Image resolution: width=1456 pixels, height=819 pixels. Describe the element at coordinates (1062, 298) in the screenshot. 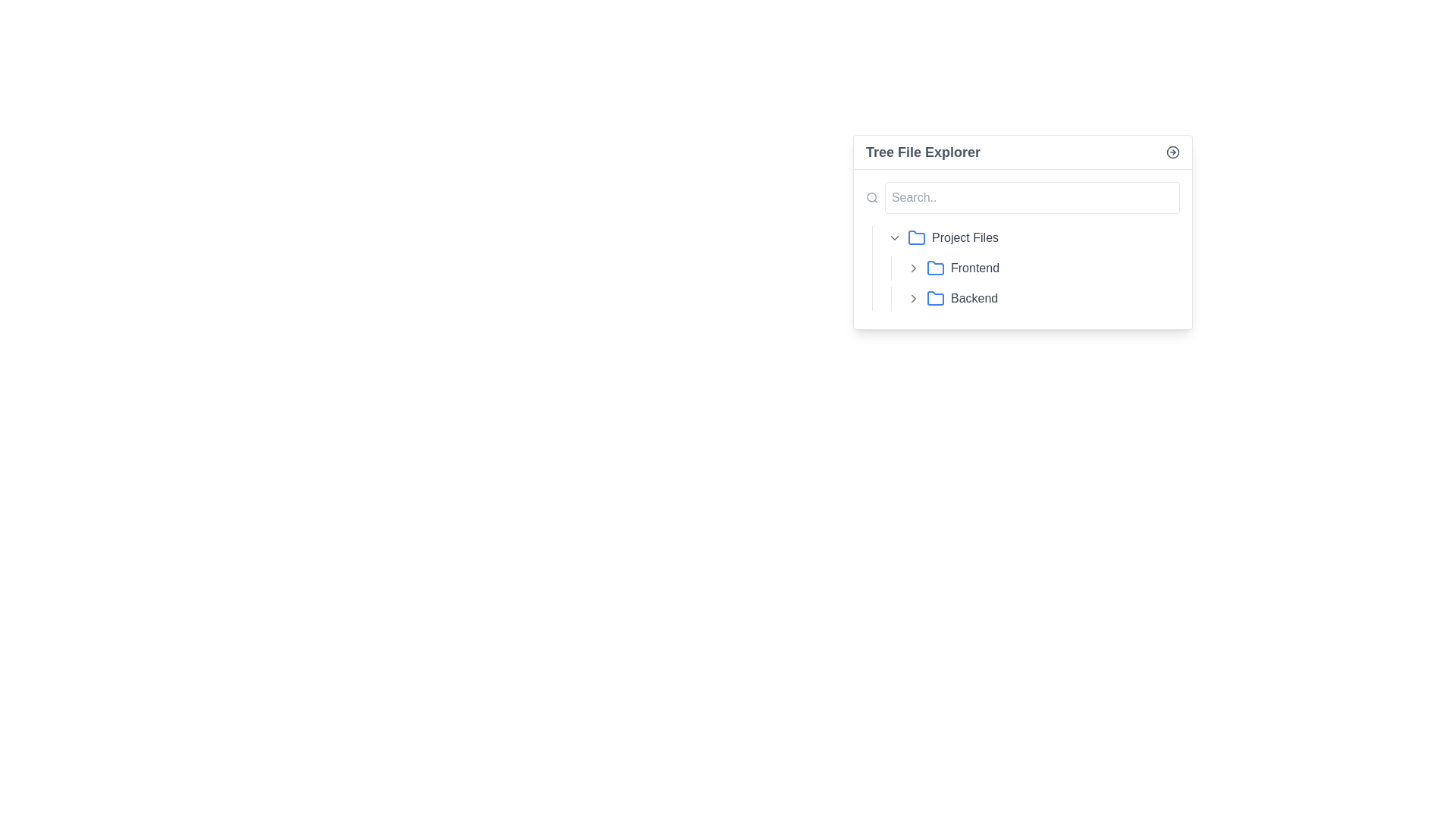

I see `the 'Backend' folder label within the Tree File Explorer` at that location.